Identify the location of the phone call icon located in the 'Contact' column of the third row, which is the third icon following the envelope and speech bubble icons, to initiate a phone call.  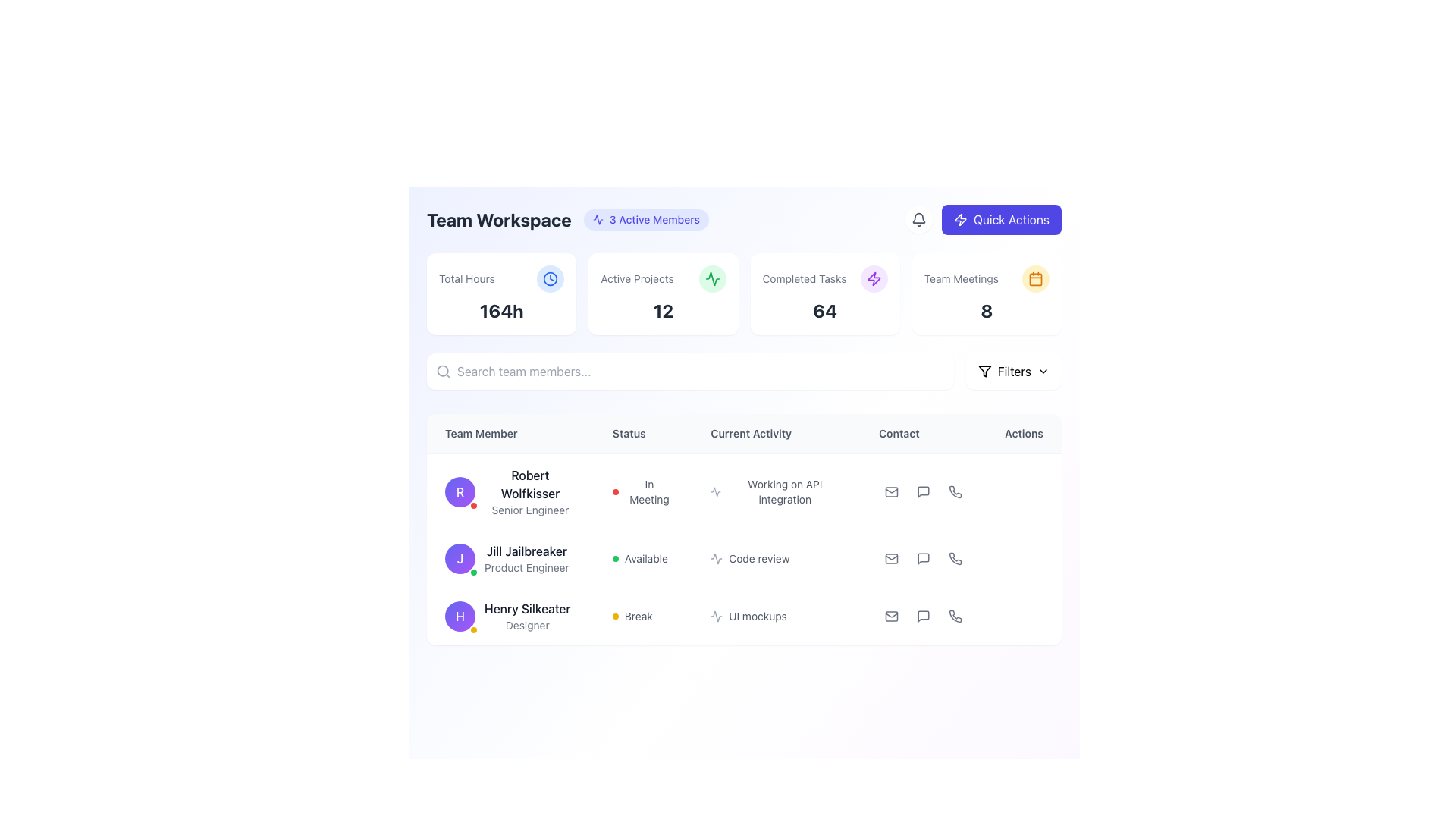
(954, 616).